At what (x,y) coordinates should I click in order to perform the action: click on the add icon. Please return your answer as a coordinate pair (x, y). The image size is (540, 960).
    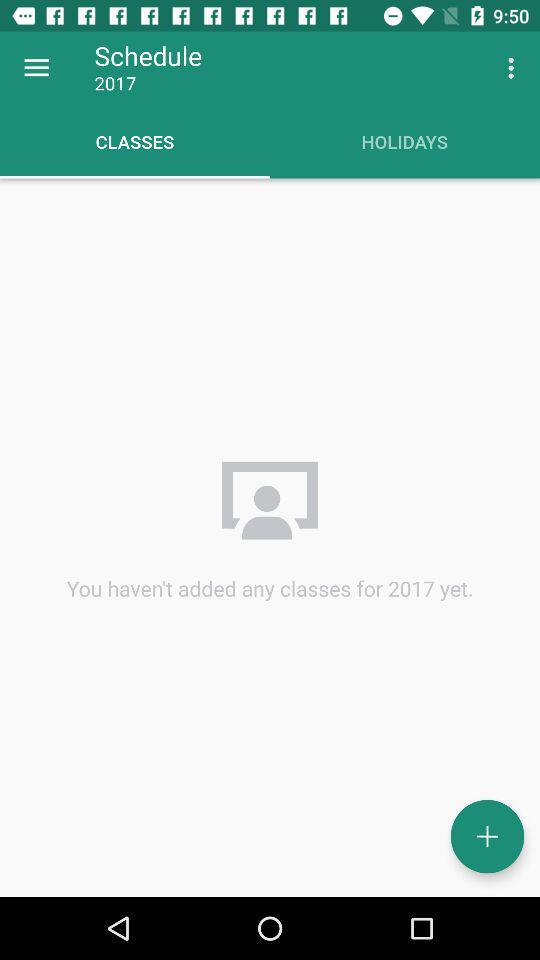
    Looking at the image, I should click on (486, 836).